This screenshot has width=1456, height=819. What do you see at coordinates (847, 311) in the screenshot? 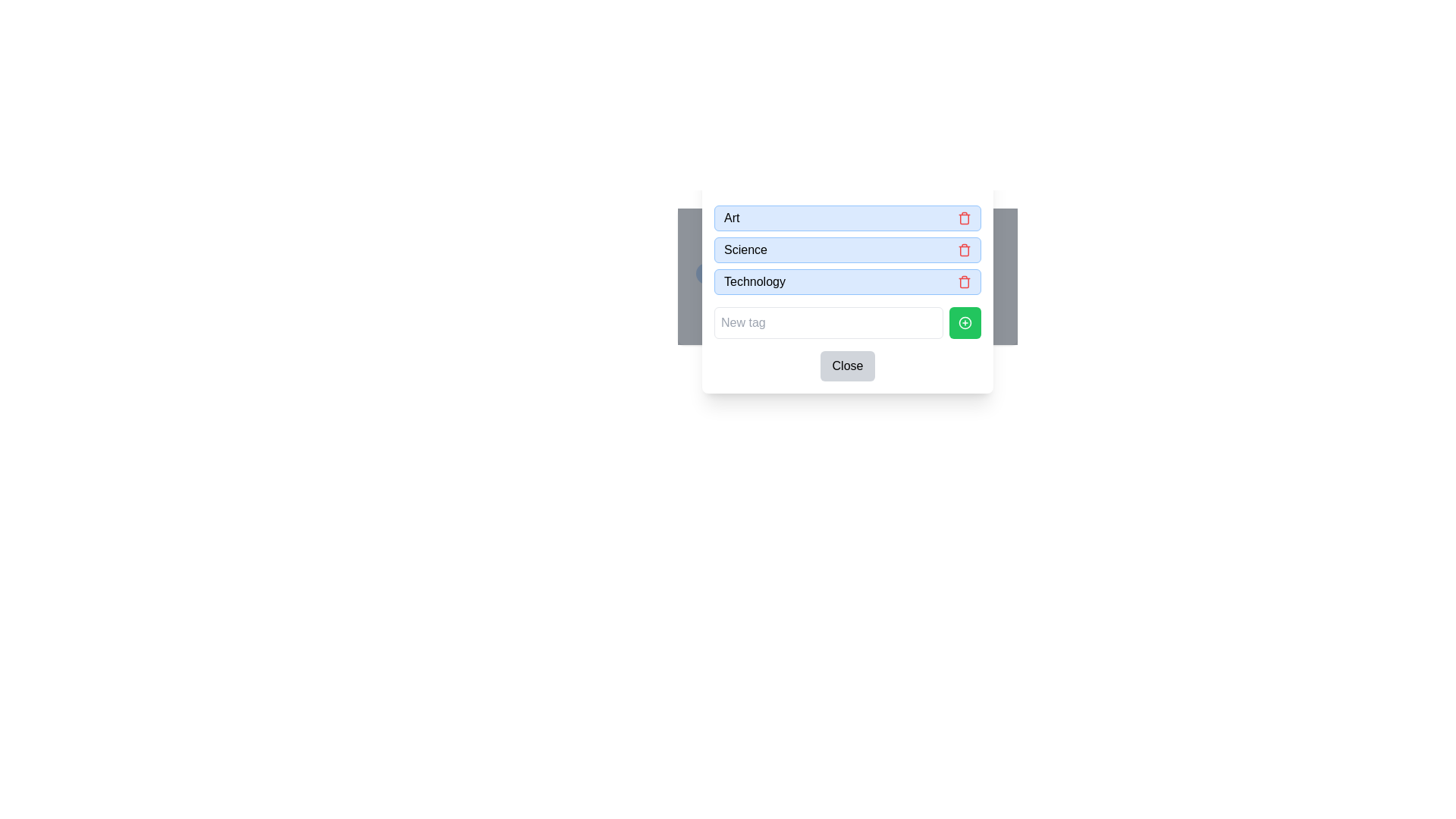
I see `the tag management button located at the bottom section of the modal window` at bounding box center [847, 311].